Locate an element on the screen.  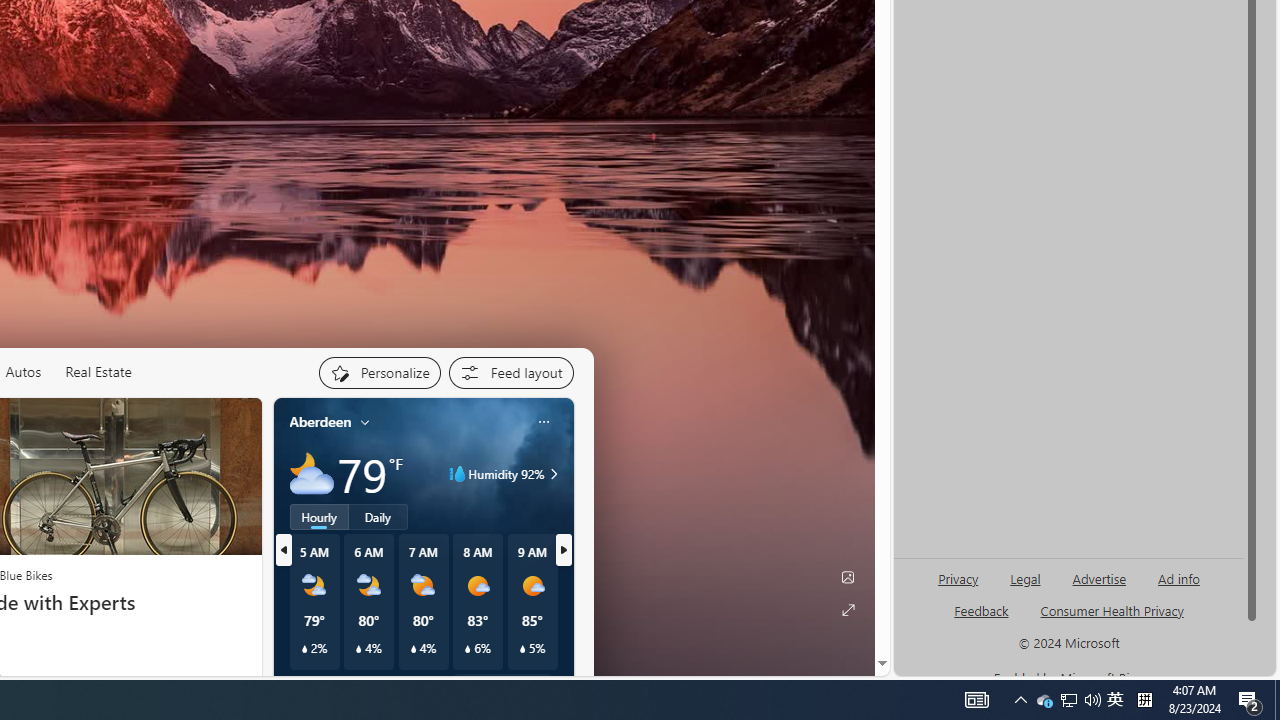
'previous' is located at coordinates (282, 550).